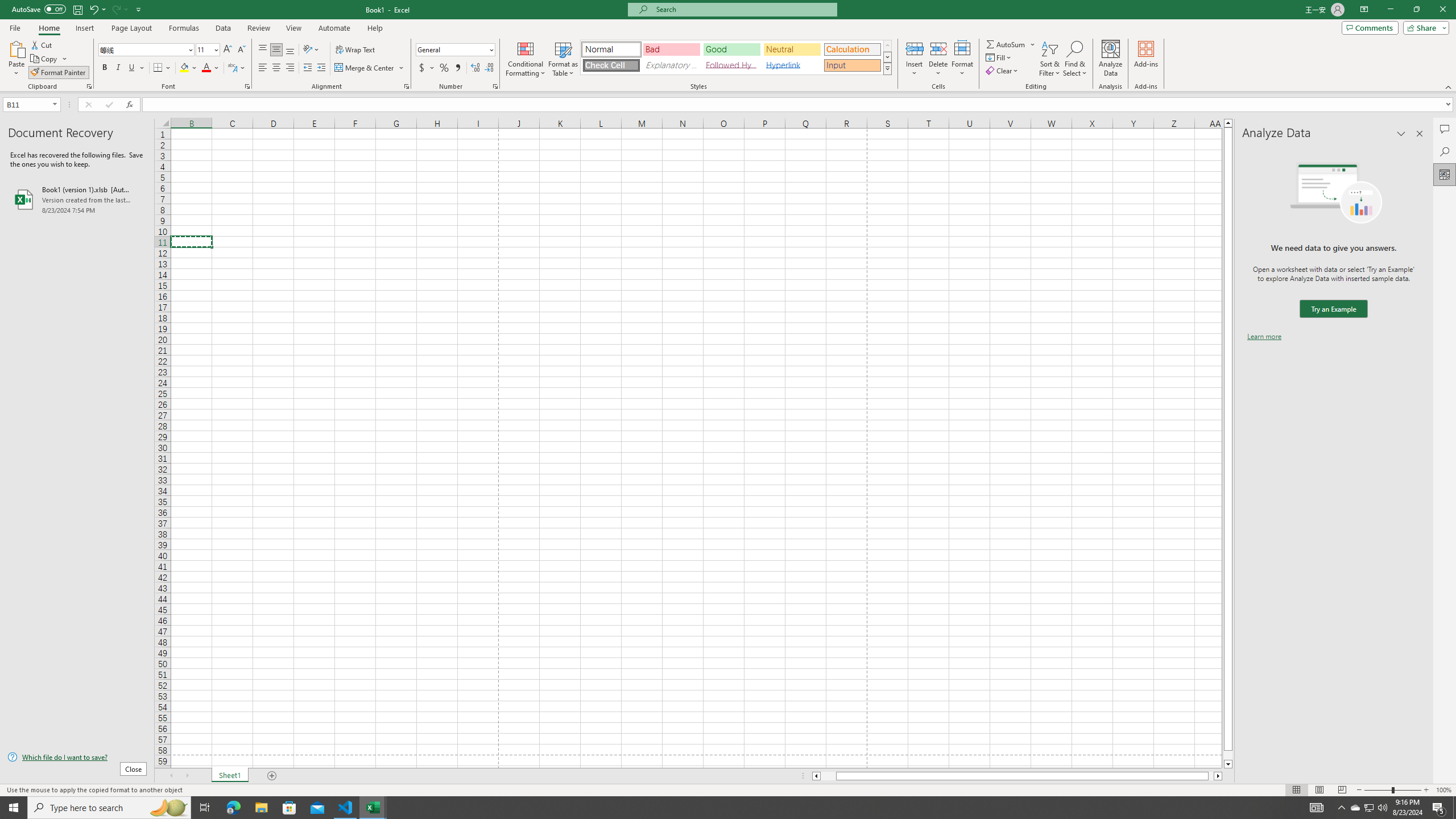 The height and width of the screenshot is (819, 1456). What do you see at coordinates (276, 67) in the screenshot?
I see `'Center'` at bounding box center [276, 67].